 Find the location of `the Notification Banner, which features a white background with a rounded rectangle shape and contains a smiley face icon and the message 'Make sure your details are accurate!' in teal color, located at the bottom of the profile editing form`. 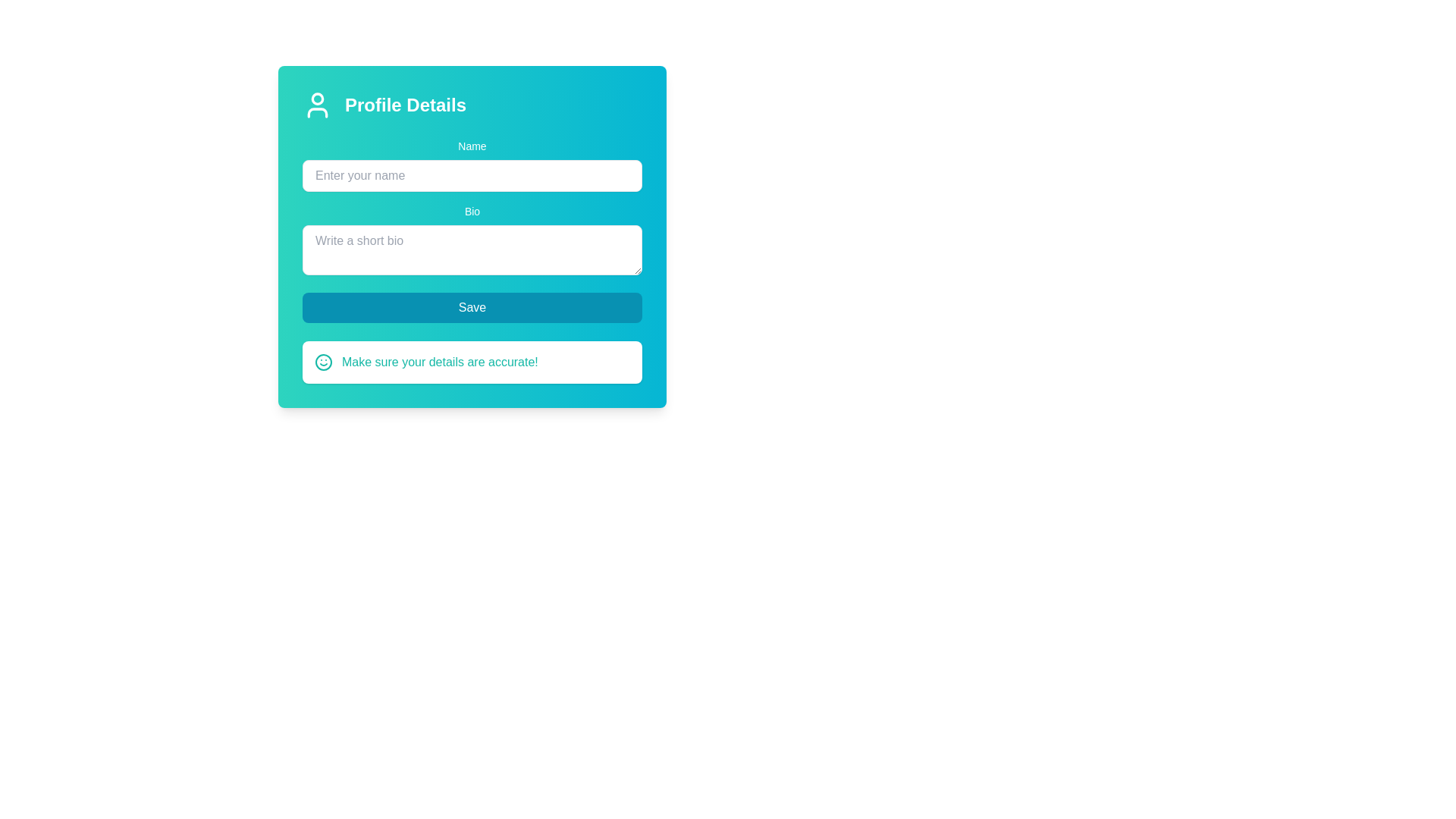

the Notification Banner, which features a white background with a rounded rectangle shape and contains a smiley face icon and the message 'Make sure your details are accurate!' in teal color, located at the bottom of the profile editing form is located at coordinates (472, 362).